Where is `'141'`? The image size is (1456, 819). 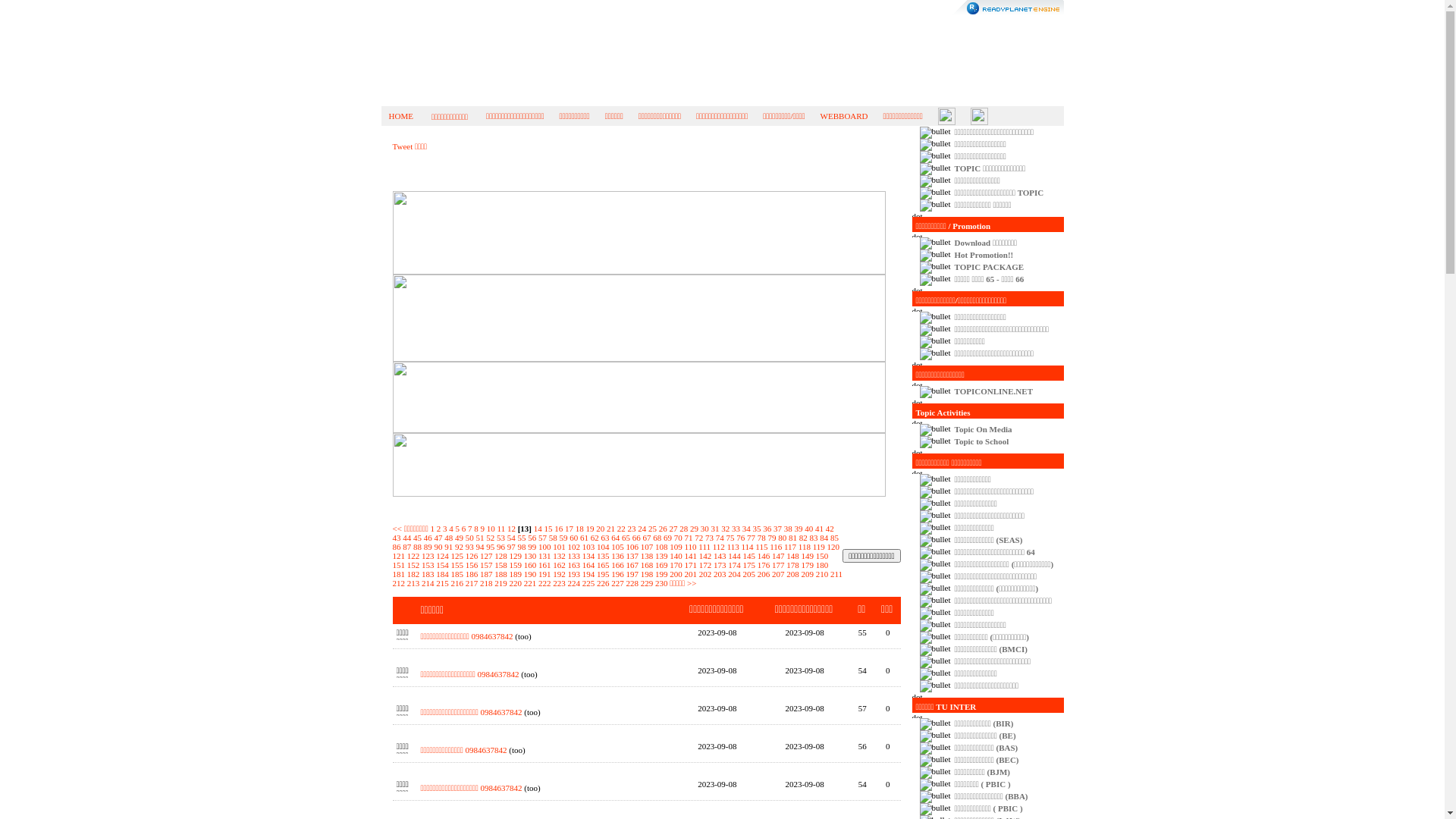
'141' is located at coordinates (689, 555).